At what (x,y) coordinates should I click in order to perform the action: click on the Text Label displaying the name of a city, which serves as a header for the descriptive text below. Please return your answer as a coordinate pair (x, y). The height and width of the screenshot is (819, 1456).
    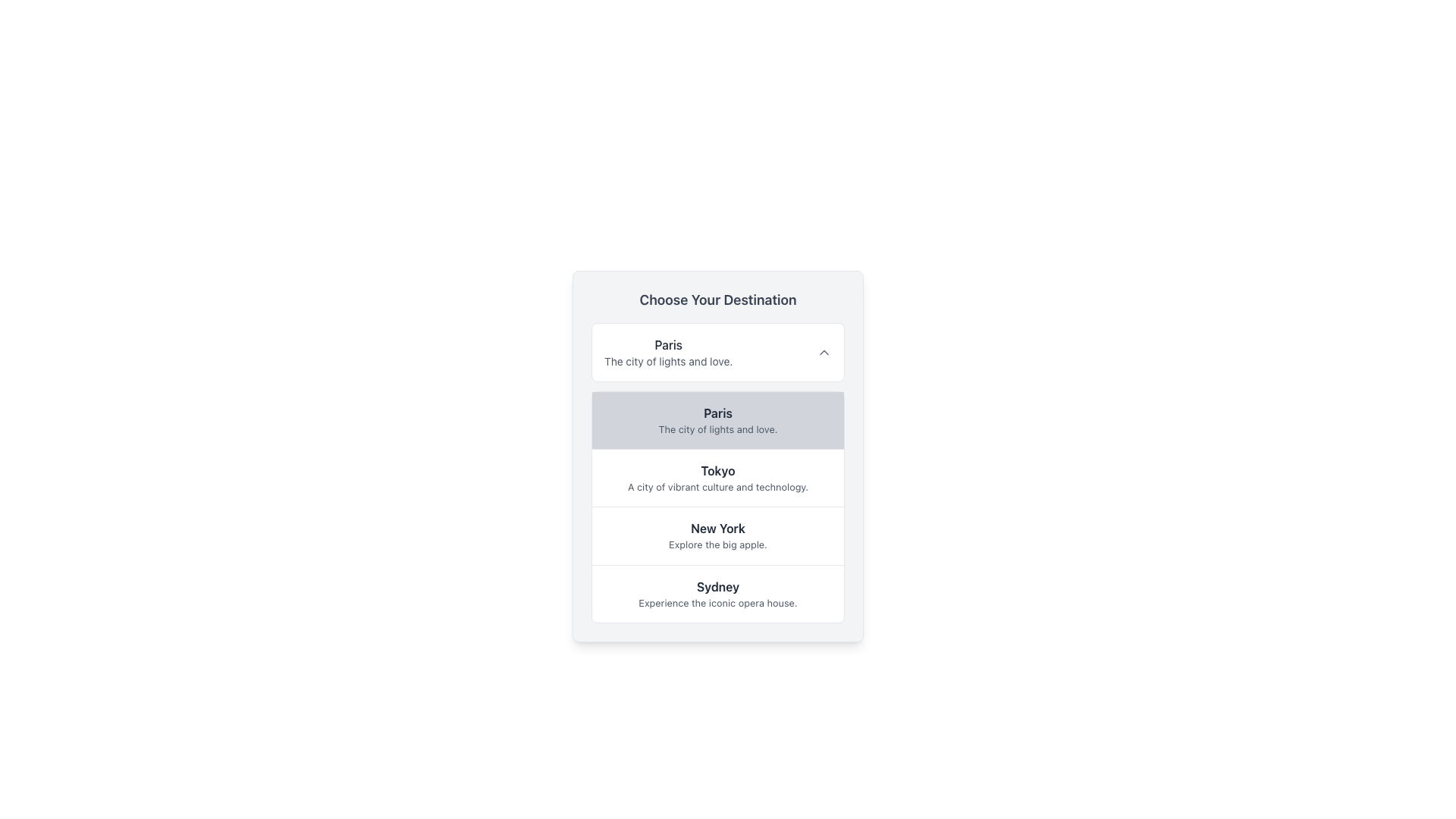
    Looking at the image, I should click on (667, 345).